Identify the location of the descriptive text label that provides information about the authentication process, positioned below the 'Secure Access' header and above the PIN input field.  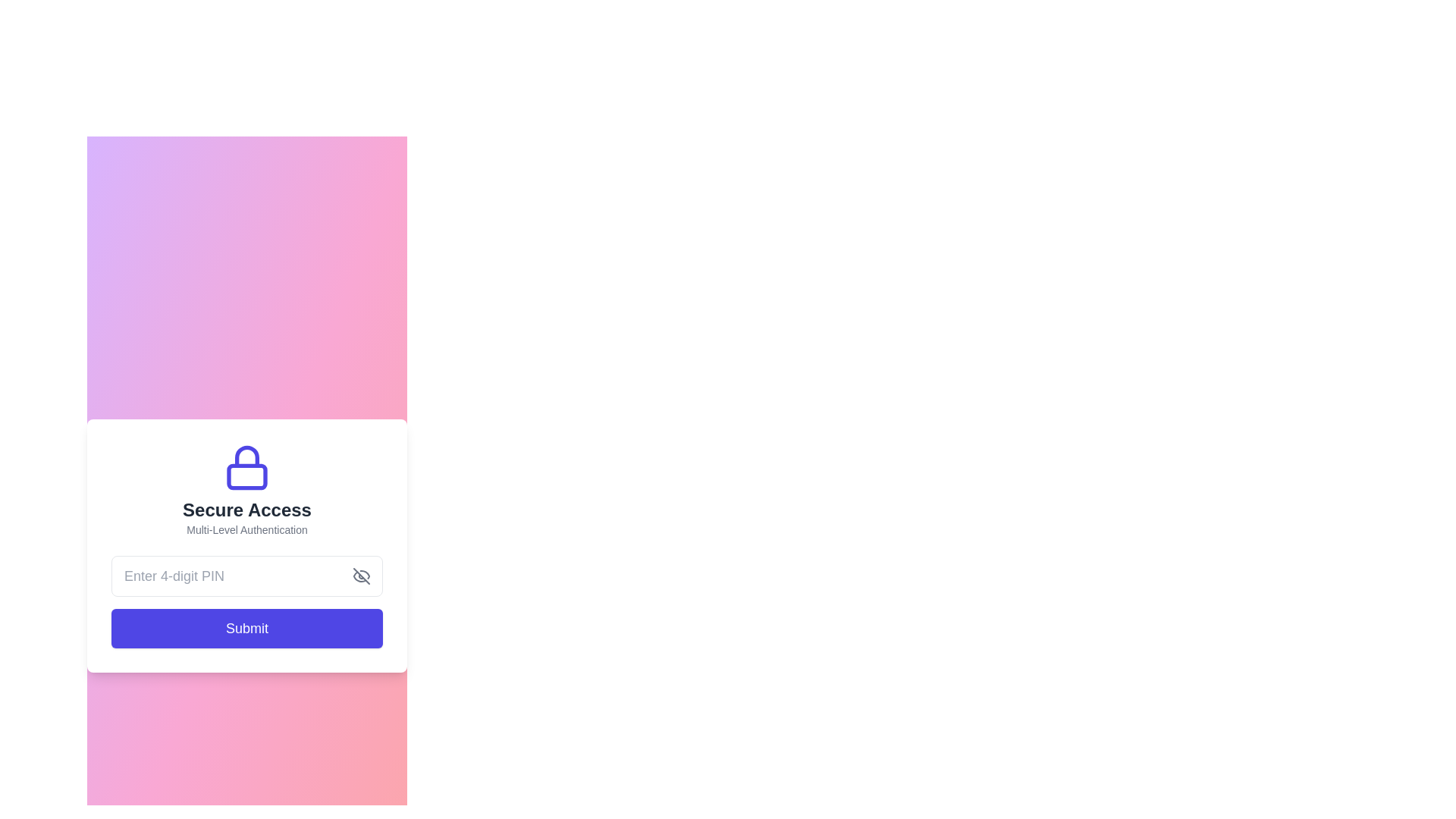
(247, 529).